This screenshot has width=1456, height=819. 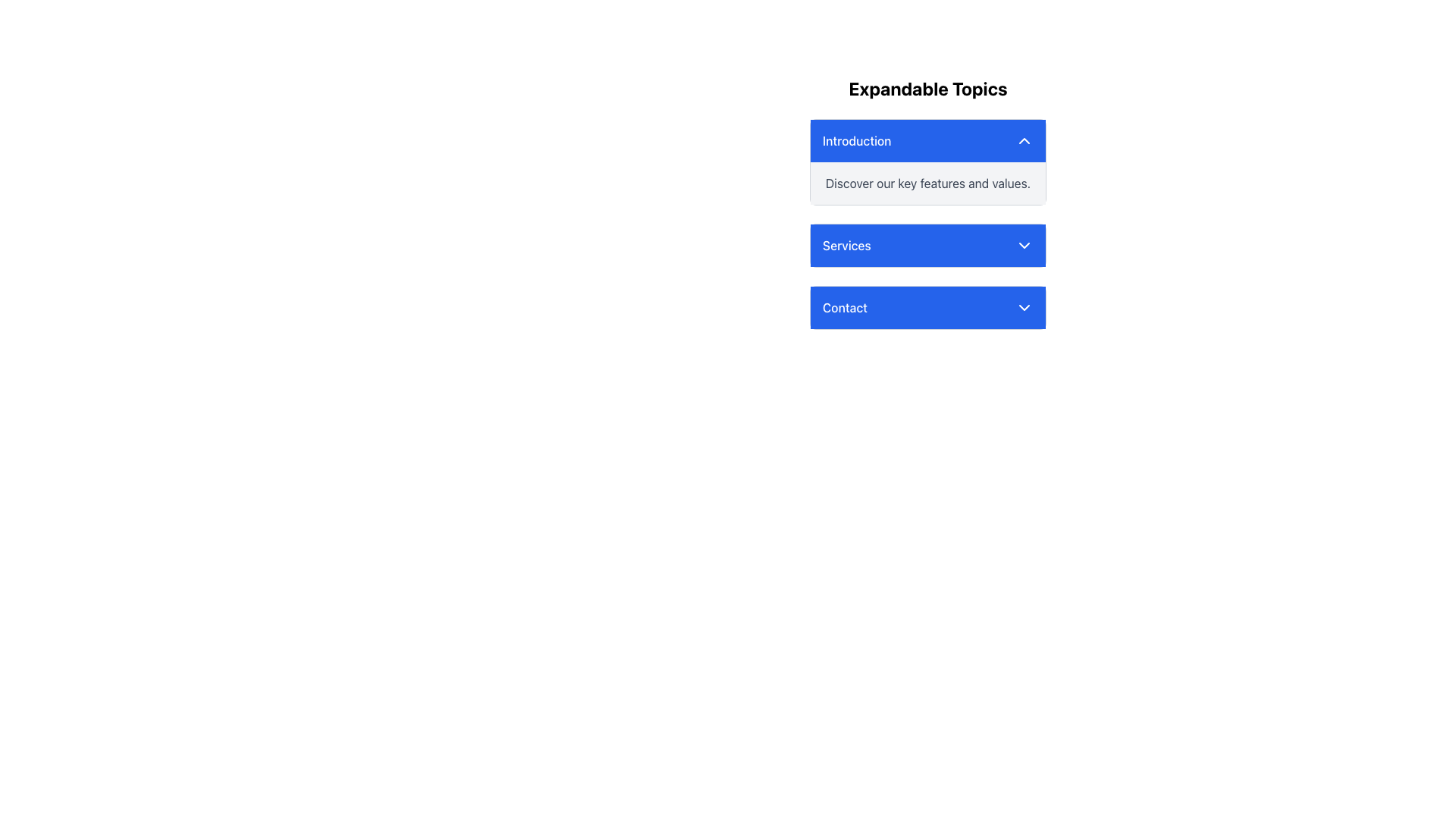 I want to click on the Dropdown Toggle Indicator in the top-right corner of the blue header area of the 'Introduction' section for interaction, so click(x=1024, y=140).